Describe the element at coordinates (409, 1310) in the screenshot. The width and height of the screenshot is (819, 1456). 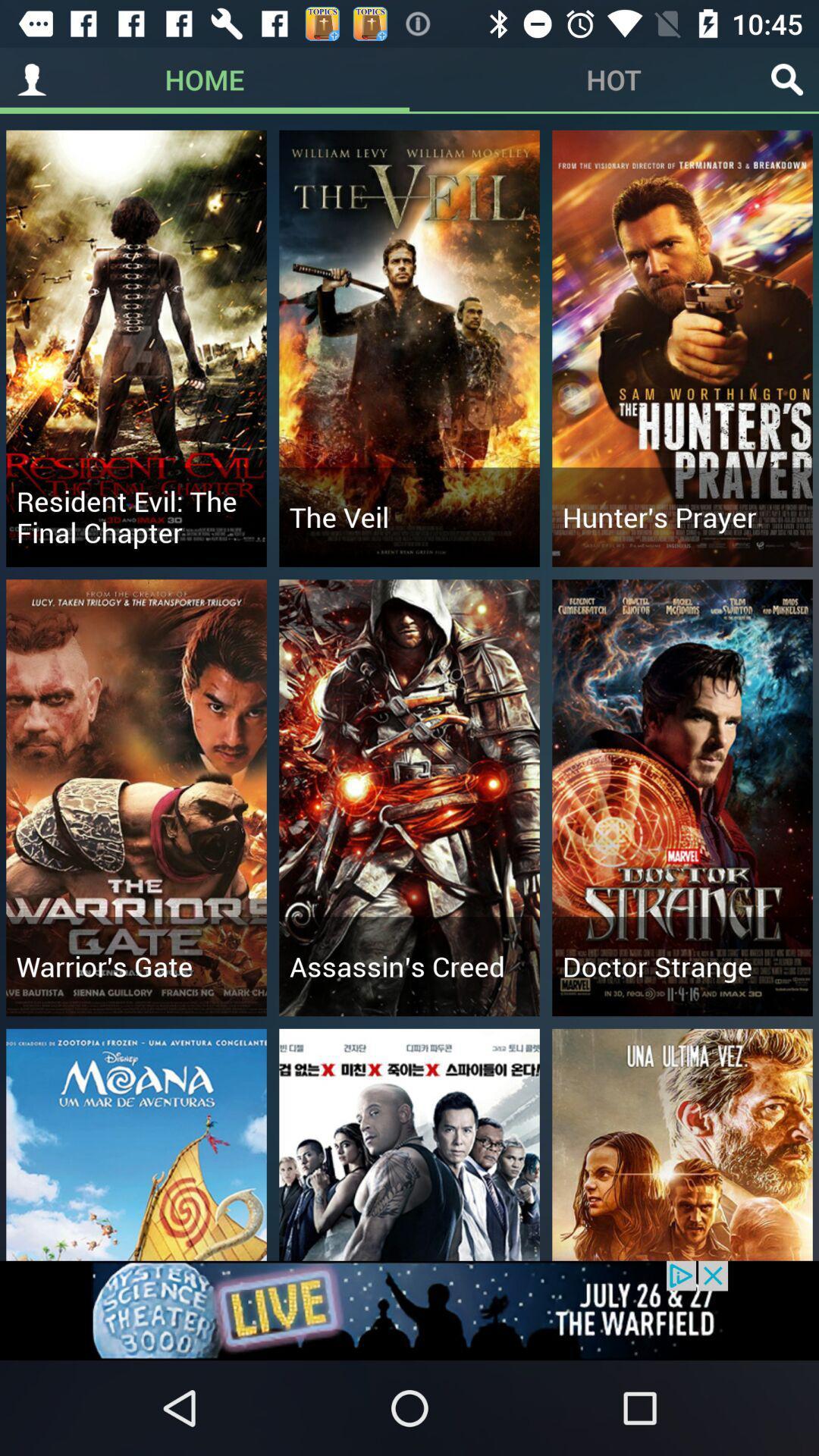
I see `advertisement` at that location.